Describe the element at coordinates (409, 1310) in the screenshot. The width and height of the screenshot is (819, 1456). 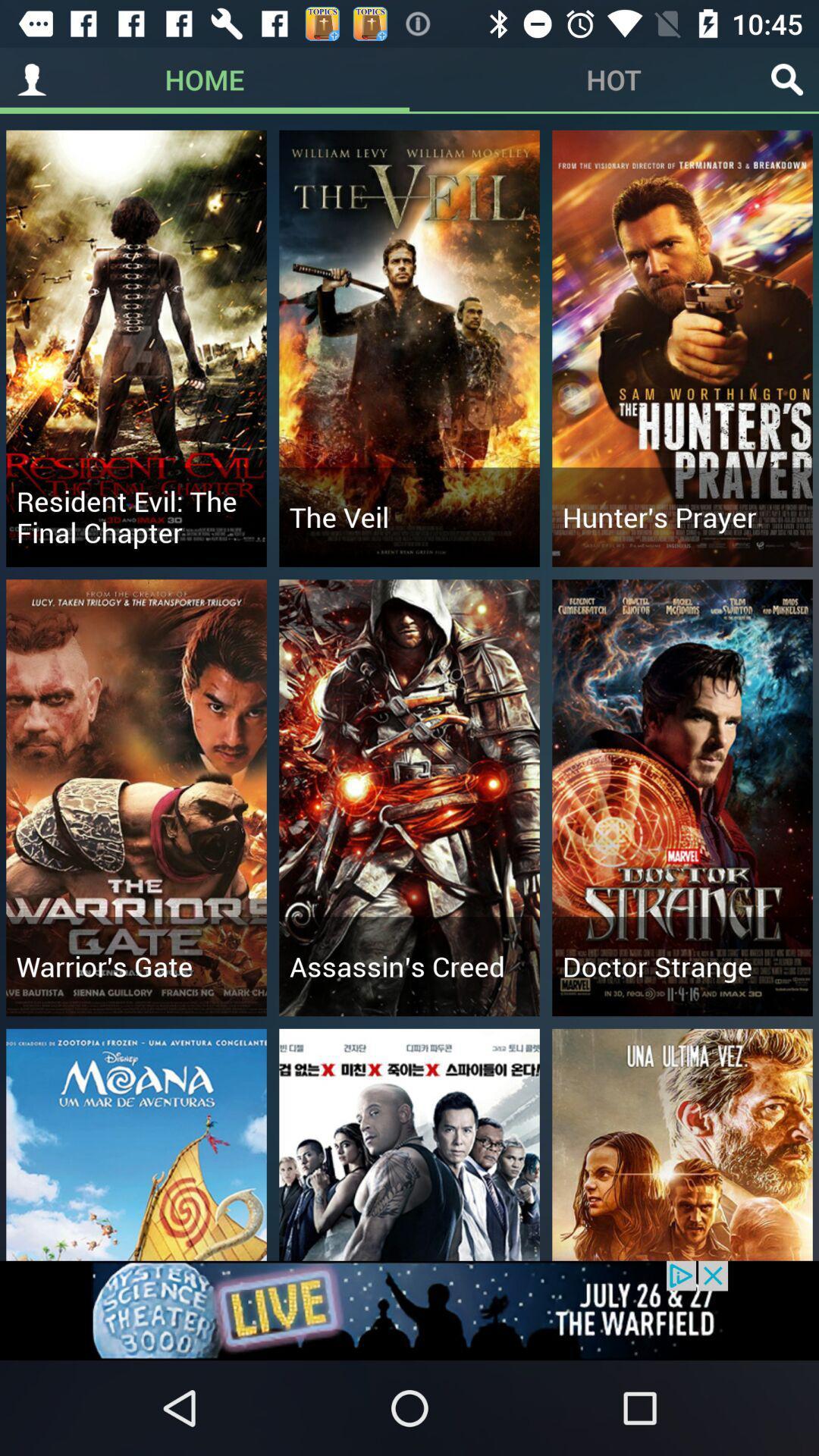
I see `advertisement` at that location.